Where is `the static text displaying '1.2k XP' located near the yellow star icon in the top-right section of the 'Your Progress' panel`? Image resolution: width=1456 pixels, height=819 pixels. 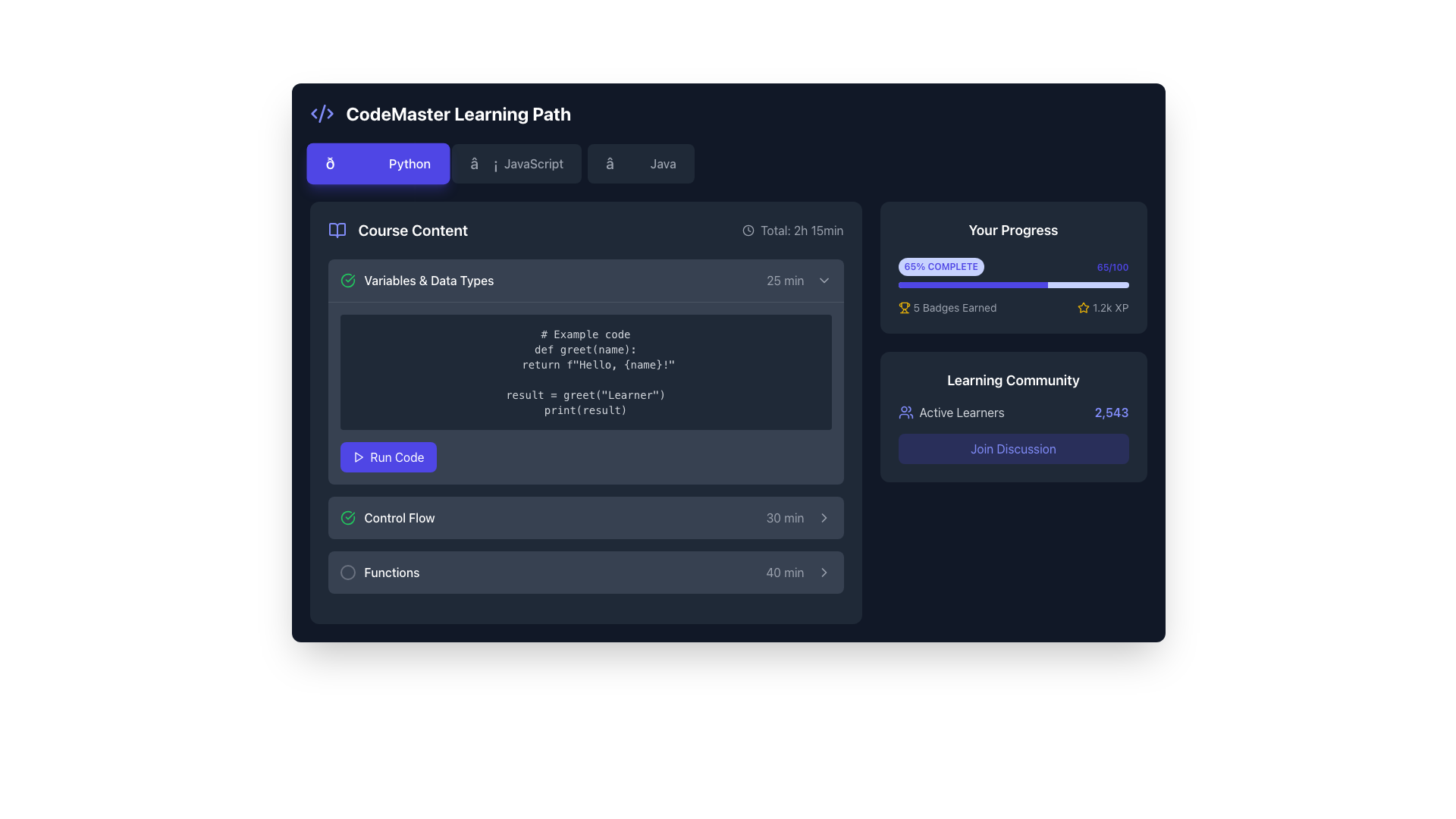
the static text displaying '1.2k XP' located near the yellow star icon in the top-right section of the 'Your Progress' panel is located at coordinates (1110, 307).